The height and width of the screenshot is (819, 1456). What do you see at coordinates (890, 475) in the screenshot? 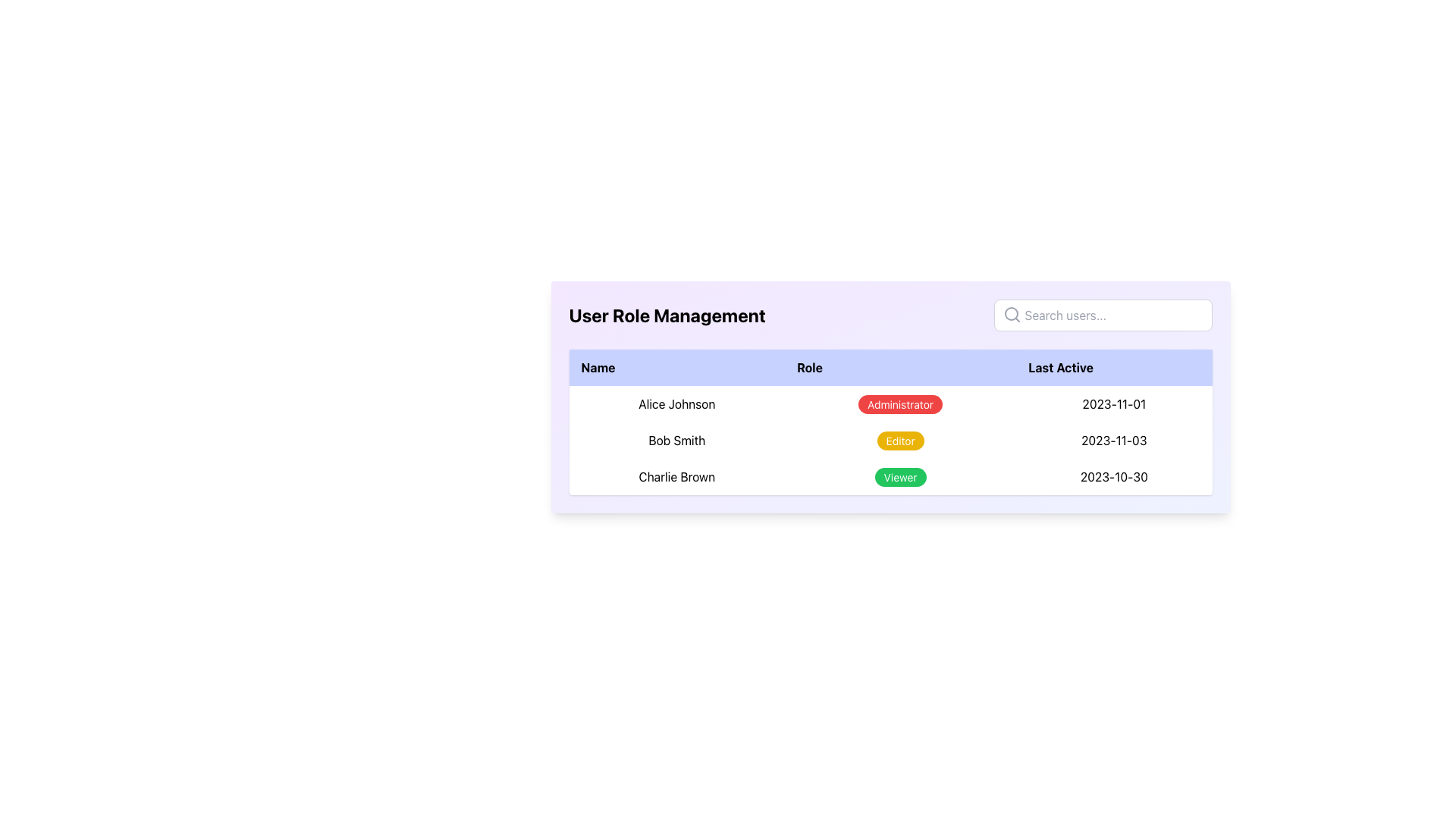
I see `the Static badge indicating the user role as 'Viewer', located in the third row of the table under the 'Role' column, between 'Charlie Brown' and '2023-10-30'` at bounding box center [890, 475].